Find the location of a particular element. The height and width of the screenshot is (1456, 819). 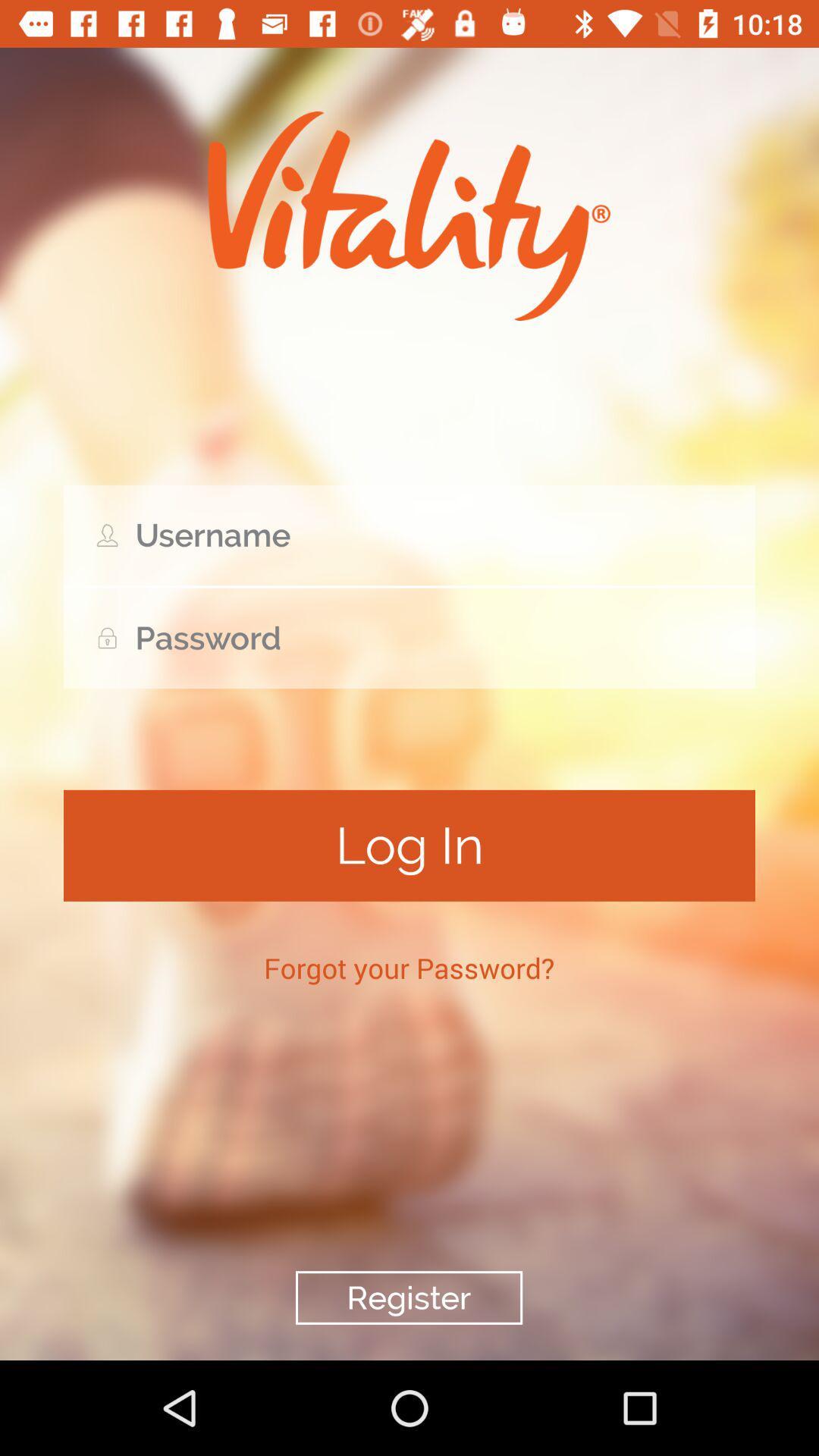

the icon above the forgot your password? item is located at coordinates (409, 845).